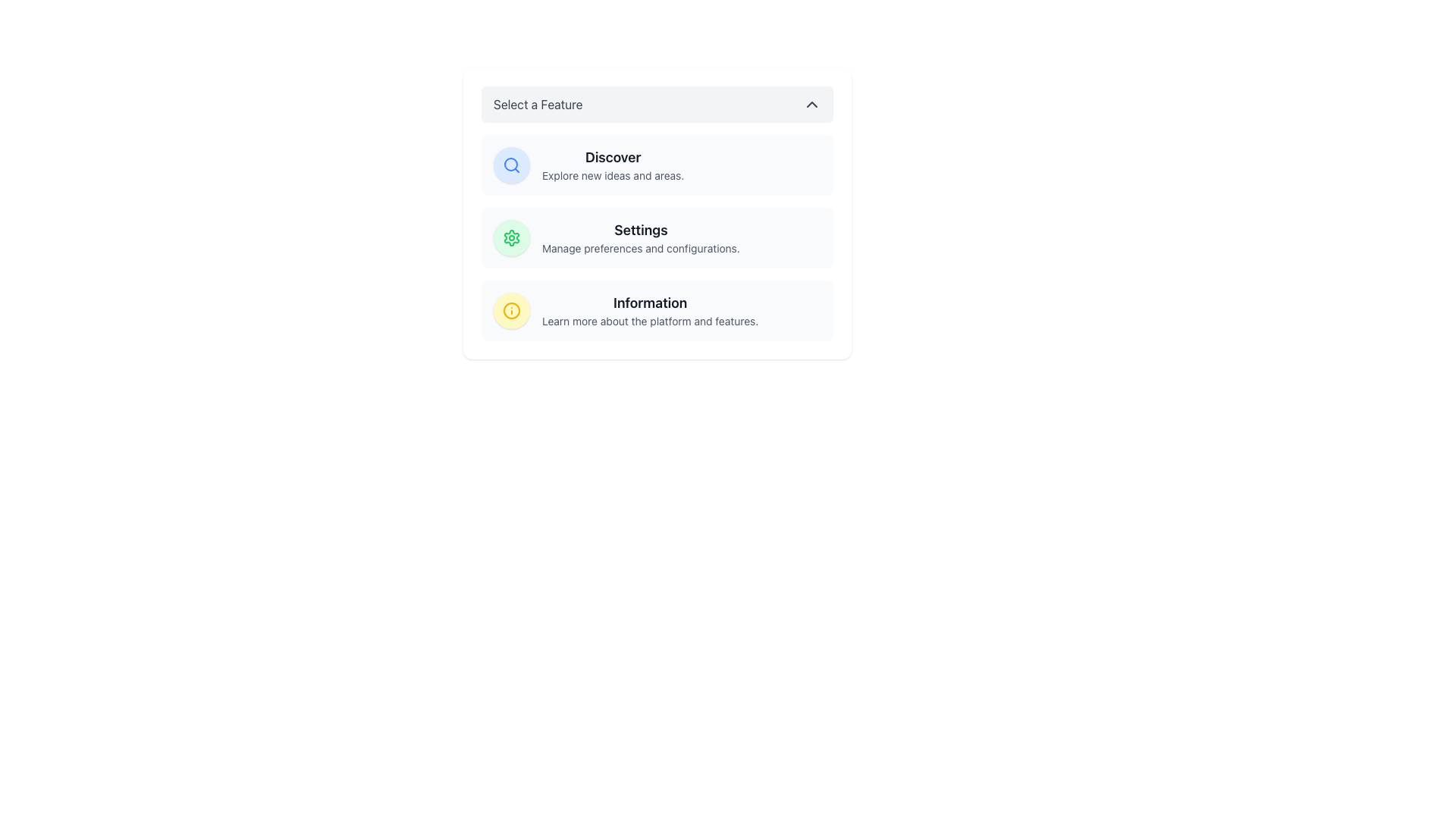  I want to click on the chevron icon located on the far-right side of the 'Select a Feature' bar, so click(811, 104).